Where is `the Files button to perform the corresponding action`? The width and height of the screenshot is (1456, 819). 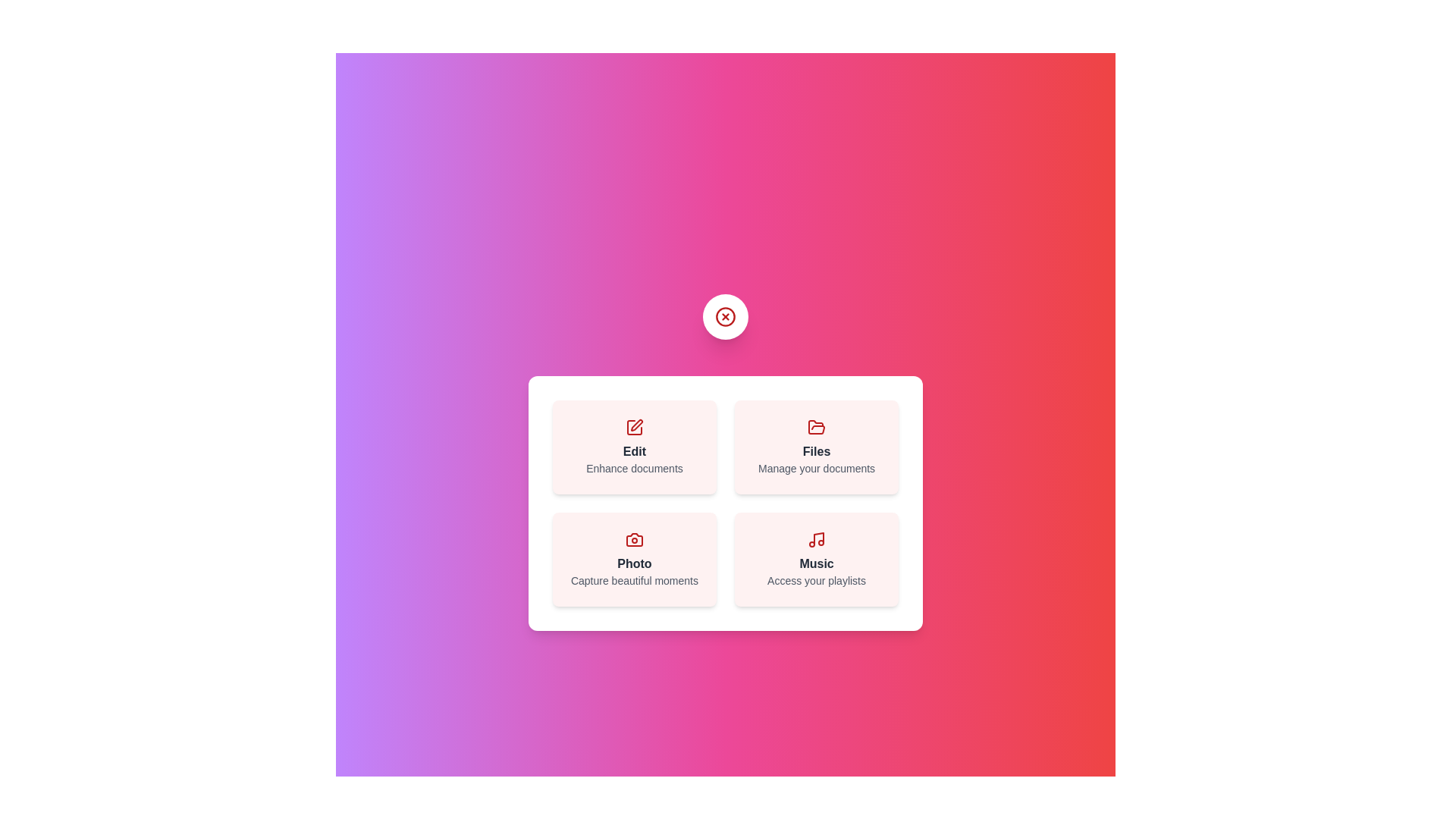 the Files button to perform the corresponding action is located at coordinates (816, 447).